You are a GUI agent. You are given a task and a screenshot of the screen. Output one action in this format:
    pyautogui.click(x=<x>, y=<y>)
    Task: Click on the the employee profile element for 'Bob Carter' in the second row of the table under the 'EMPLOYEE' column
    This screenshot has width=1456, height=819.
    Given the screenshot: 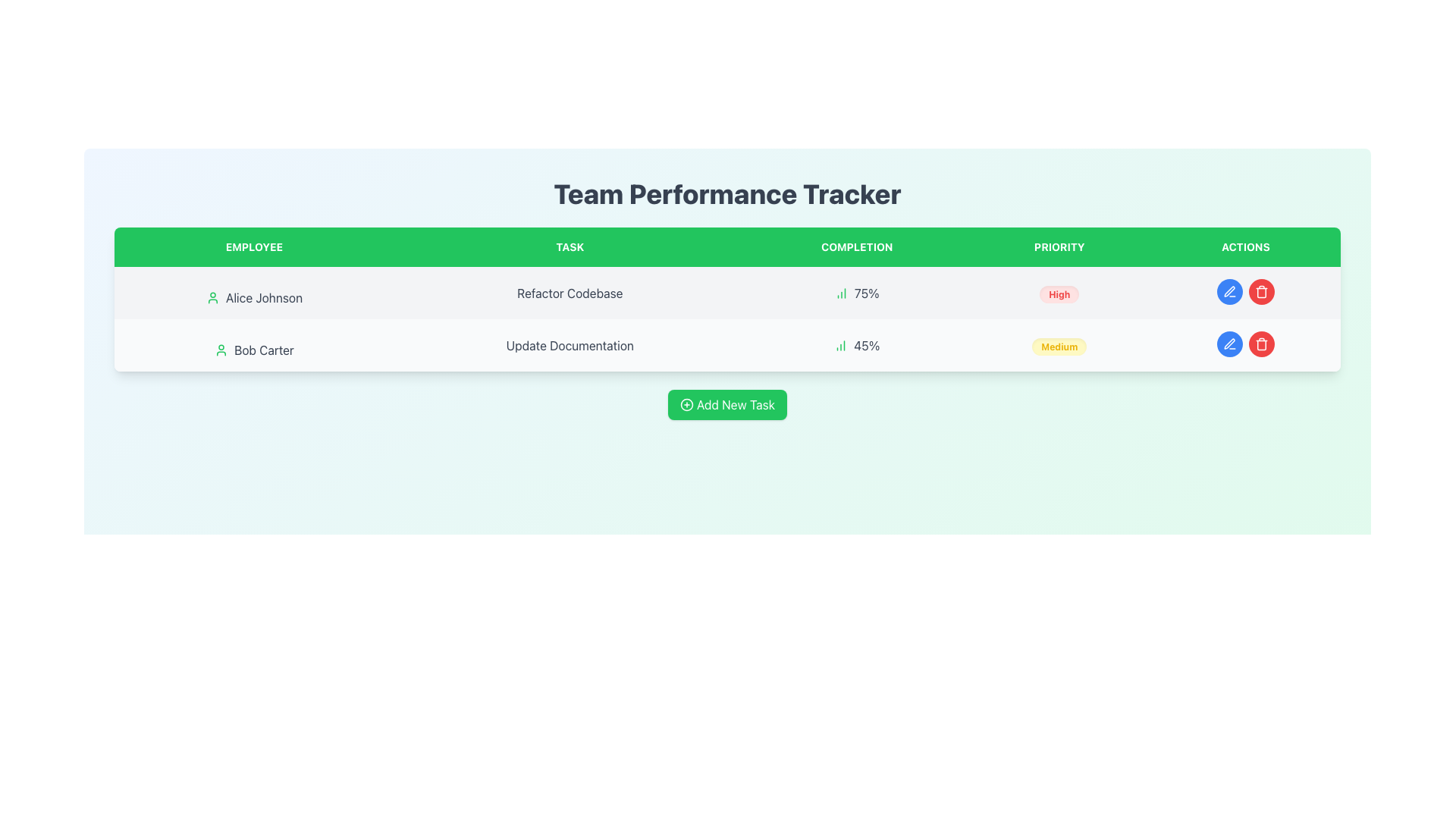 What is the action you would take?
    pyautogui.click(x=254, y=350)
    